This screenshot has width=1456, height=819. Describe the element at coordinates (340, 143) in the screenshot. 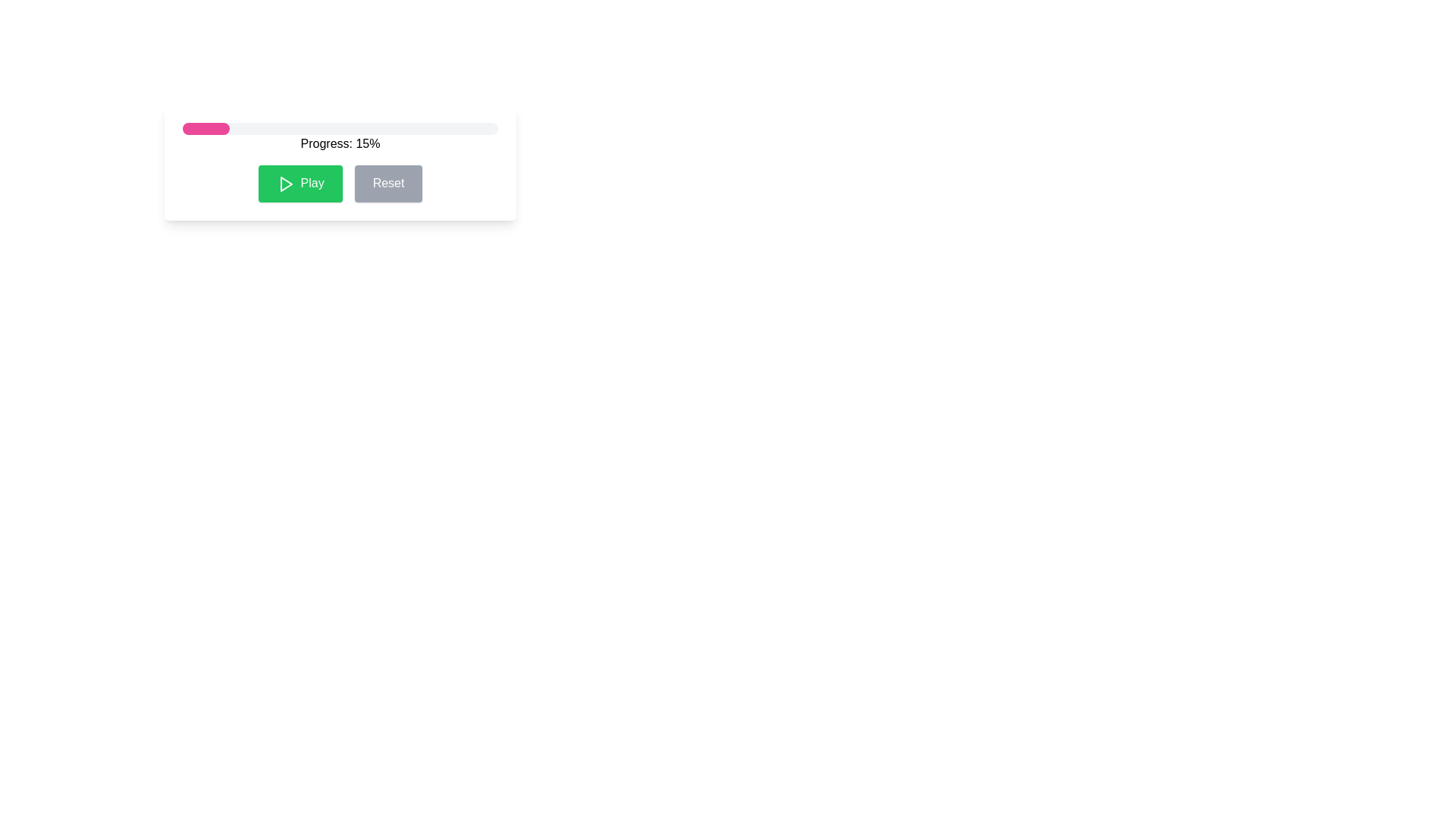

I see `the label displaying 'Progress: 15%' which is center-aligned and bold, located slightly below the progress bar and above the 'Play' and 'Reset' buttons` at that location.